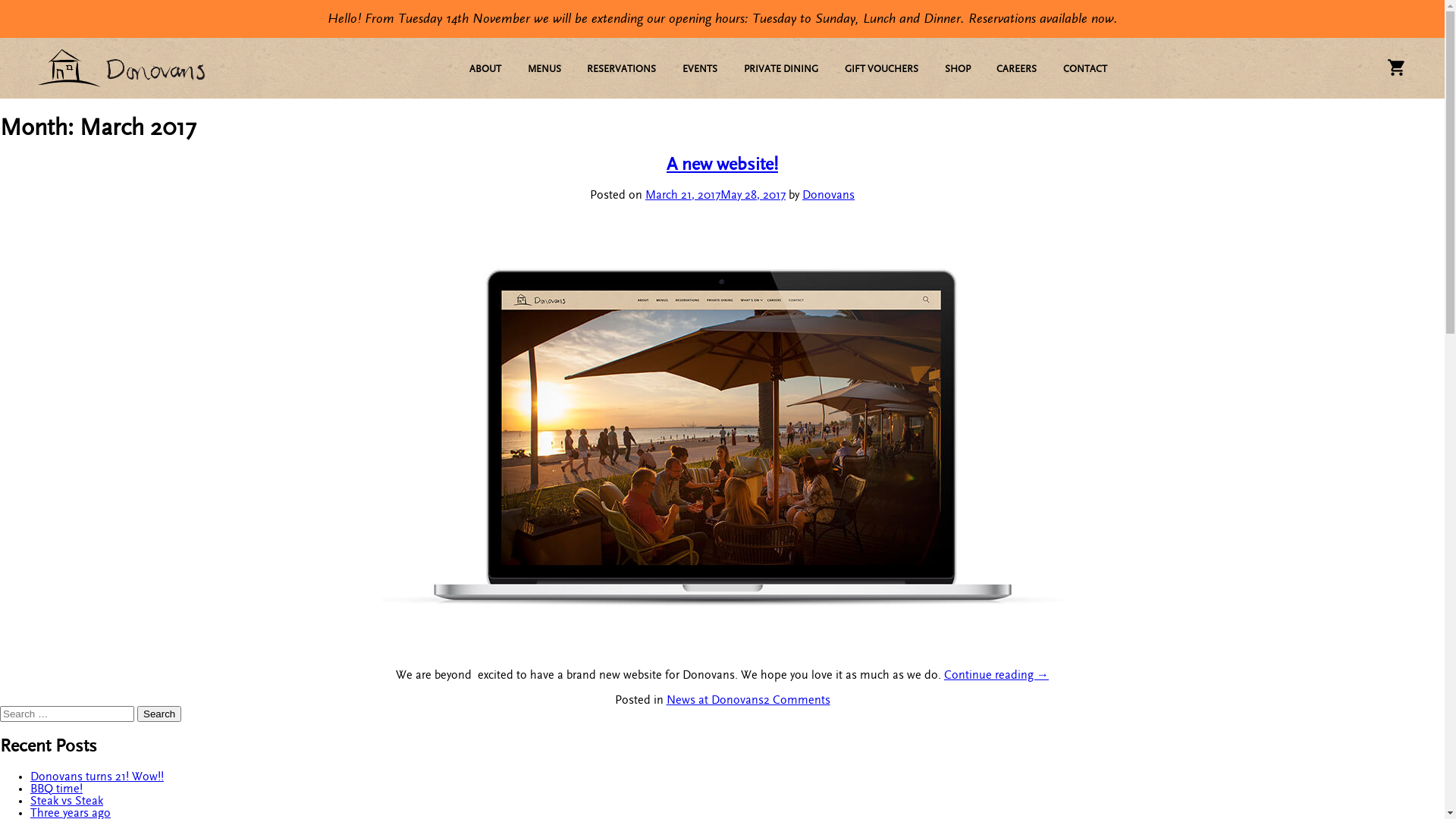 This screenshot has height=819, width=1456. I want to click on 'MENUS', so click(544, 69).